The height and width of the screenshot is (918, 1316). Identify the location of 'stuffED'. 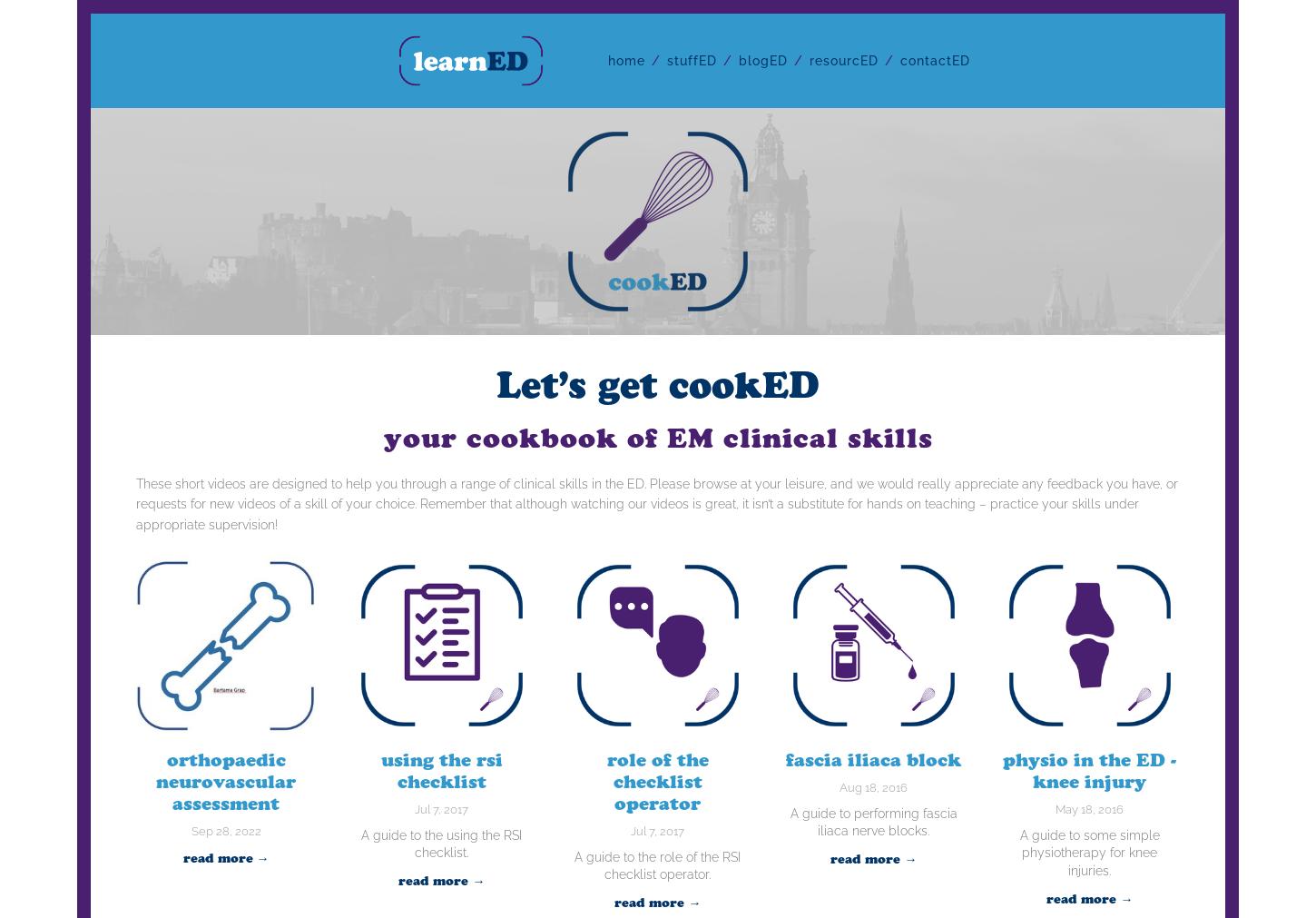
(667, 59).